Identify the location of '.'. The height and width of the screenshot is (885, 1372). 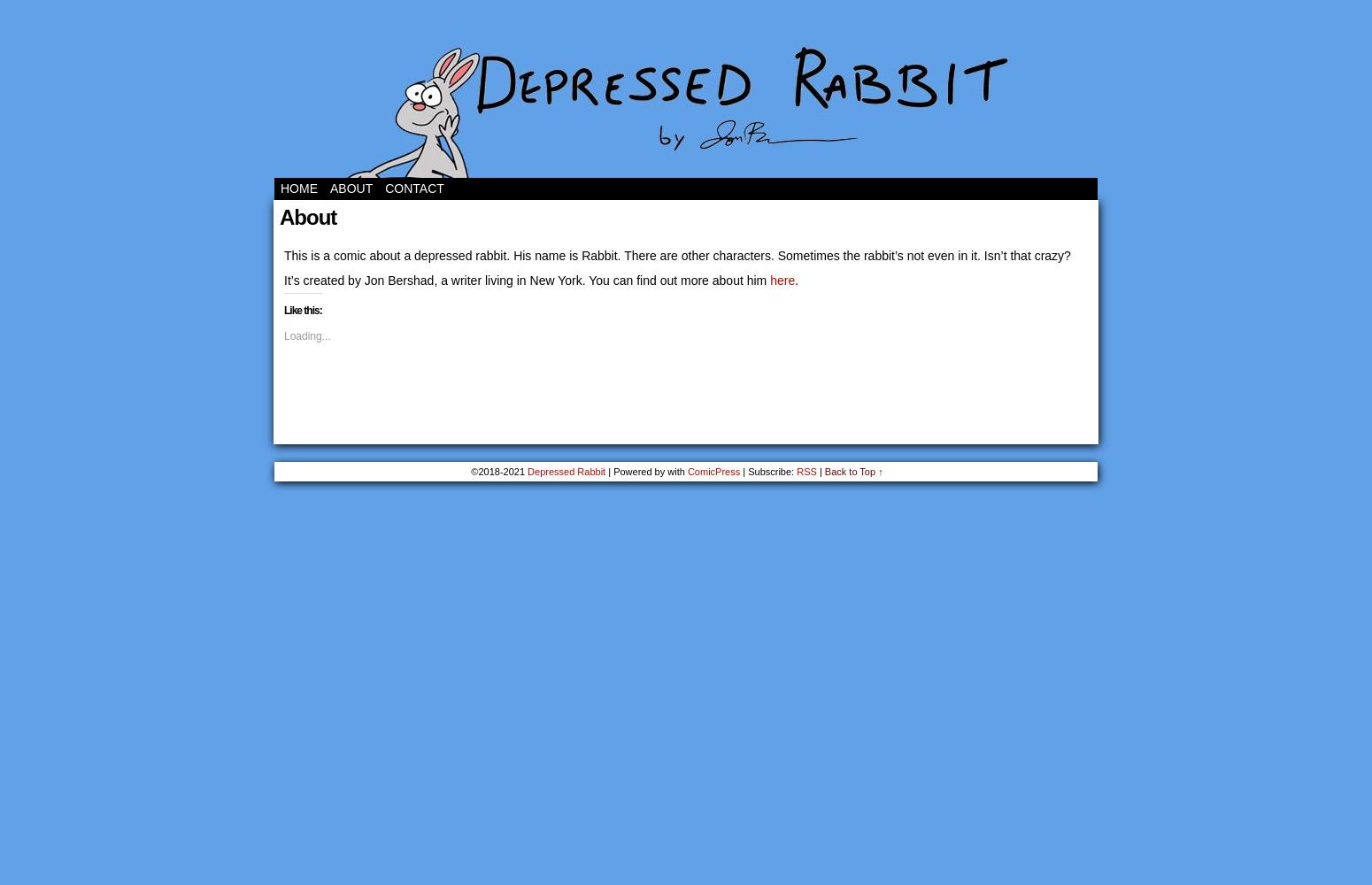
(796, 280).